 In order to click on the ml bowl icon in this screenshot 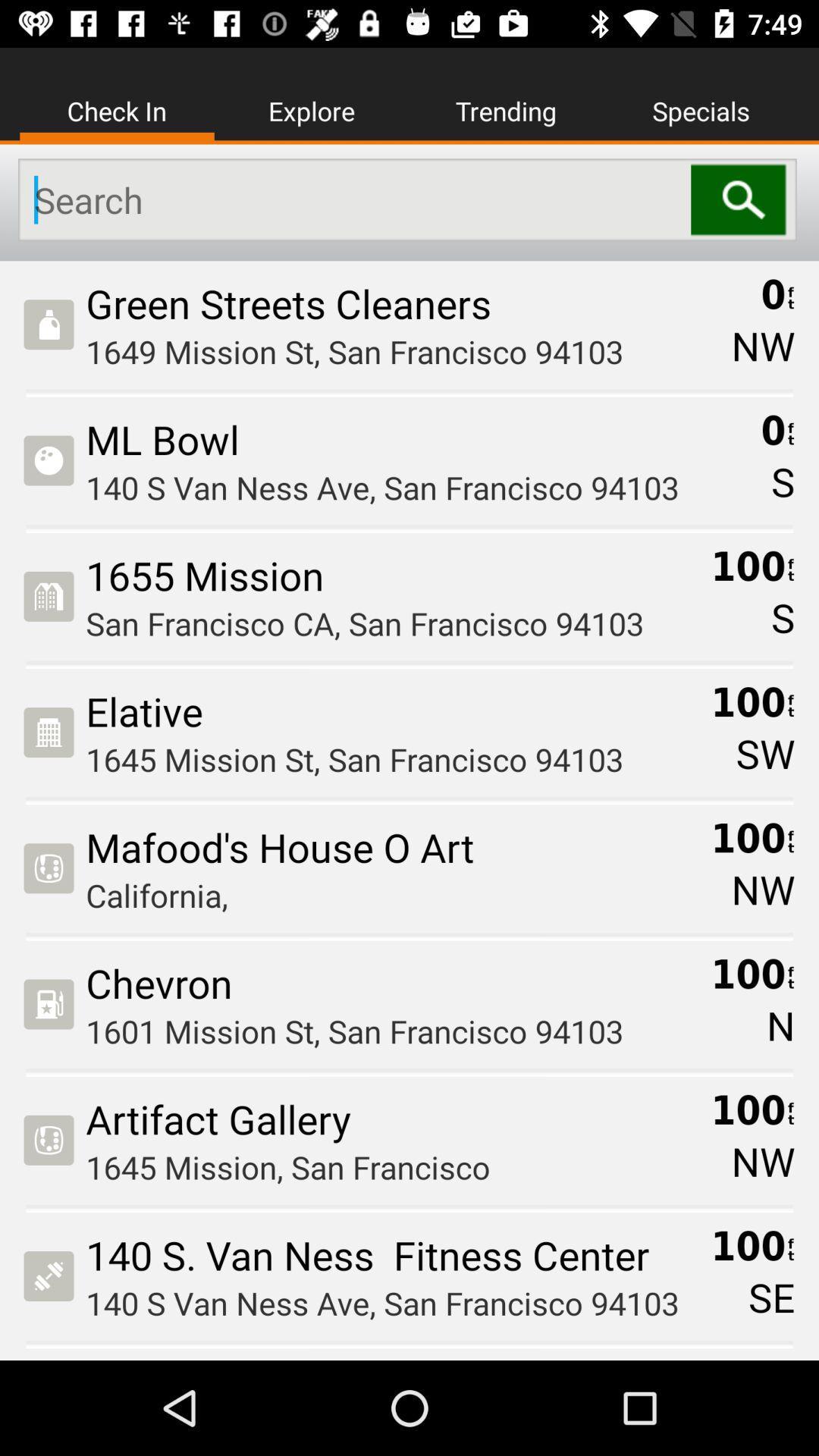, I will do `click(418, 438)`.